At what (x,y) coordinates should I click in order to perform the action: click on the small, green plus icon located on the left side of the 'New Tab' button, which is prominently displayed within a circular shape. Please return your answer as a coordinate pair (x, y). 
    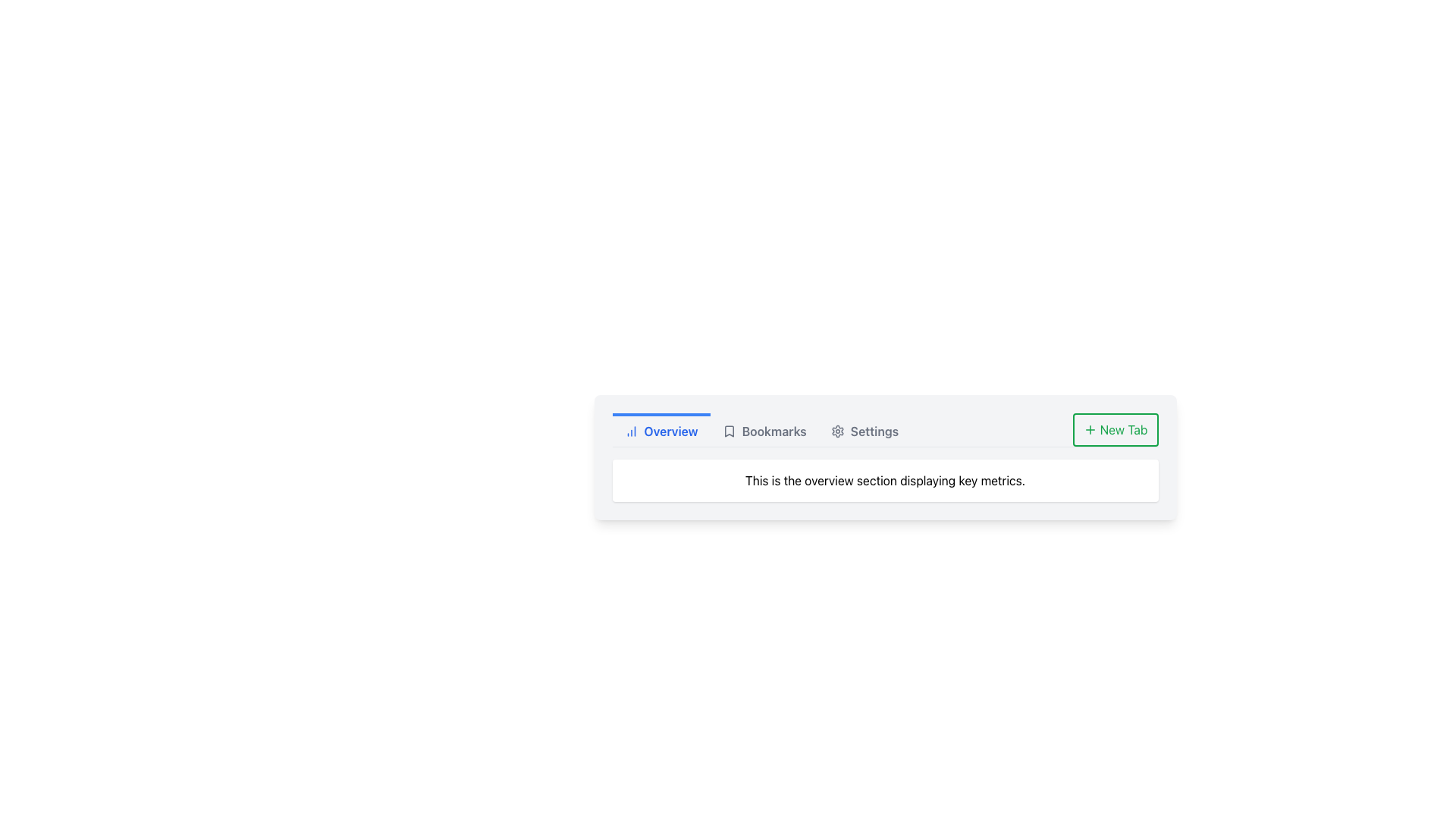
    Looking at the image, I should click on (1089, 430).